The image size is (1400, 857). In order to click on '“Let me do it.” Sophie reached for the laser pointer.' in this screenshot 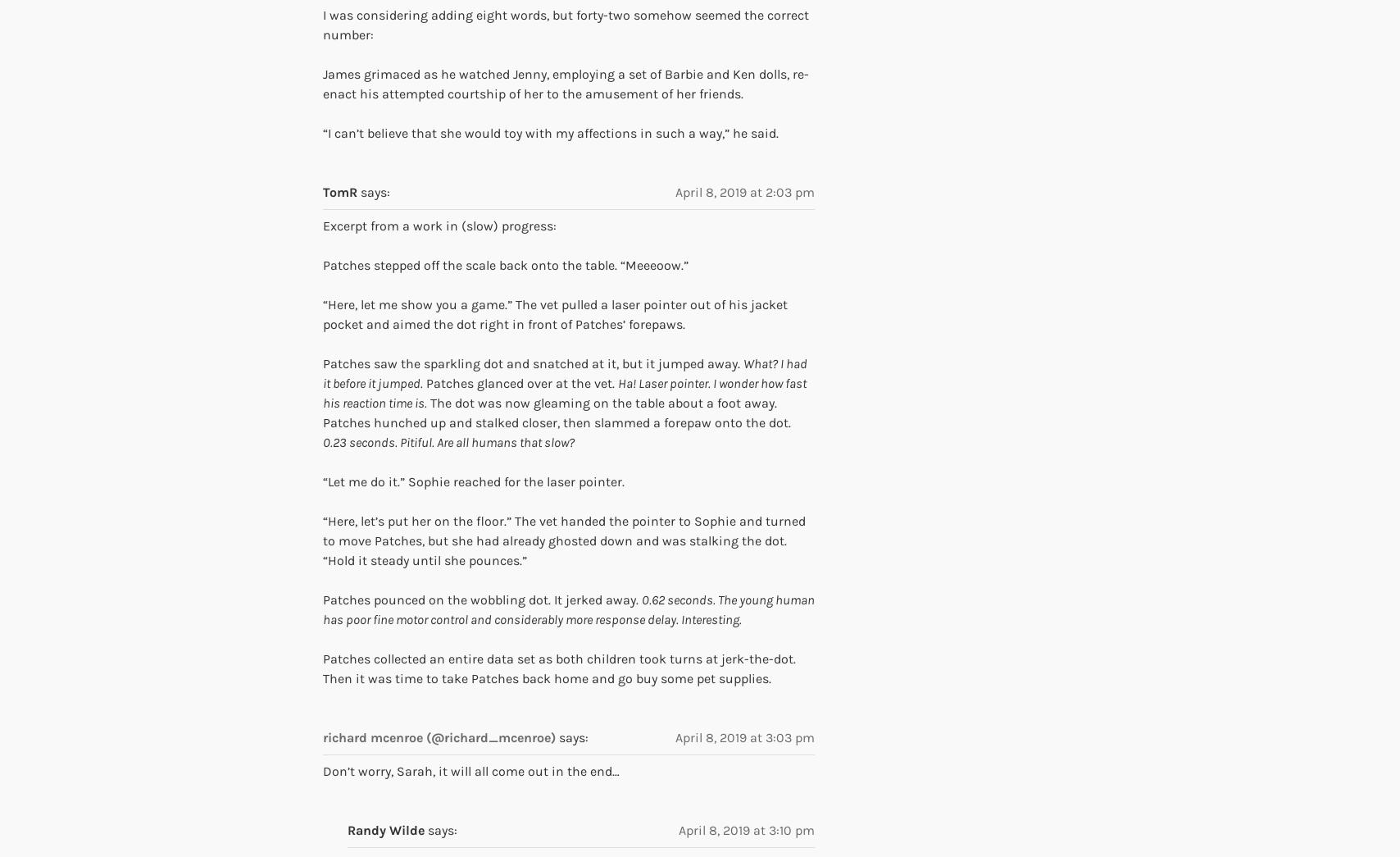, I will do `click(473, 480)`.